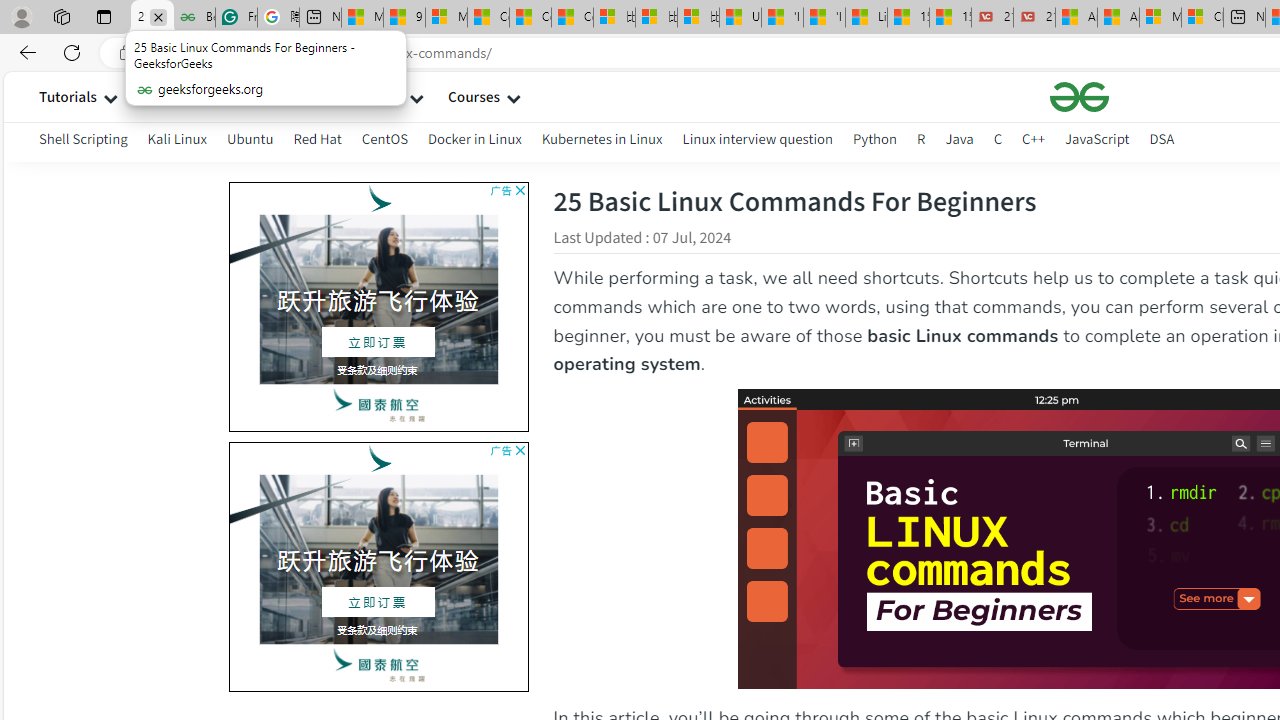 The image size is (1280, 720). Describe the element at coordinates (997, 138) in the screenshot. I see `'C'` at that location.